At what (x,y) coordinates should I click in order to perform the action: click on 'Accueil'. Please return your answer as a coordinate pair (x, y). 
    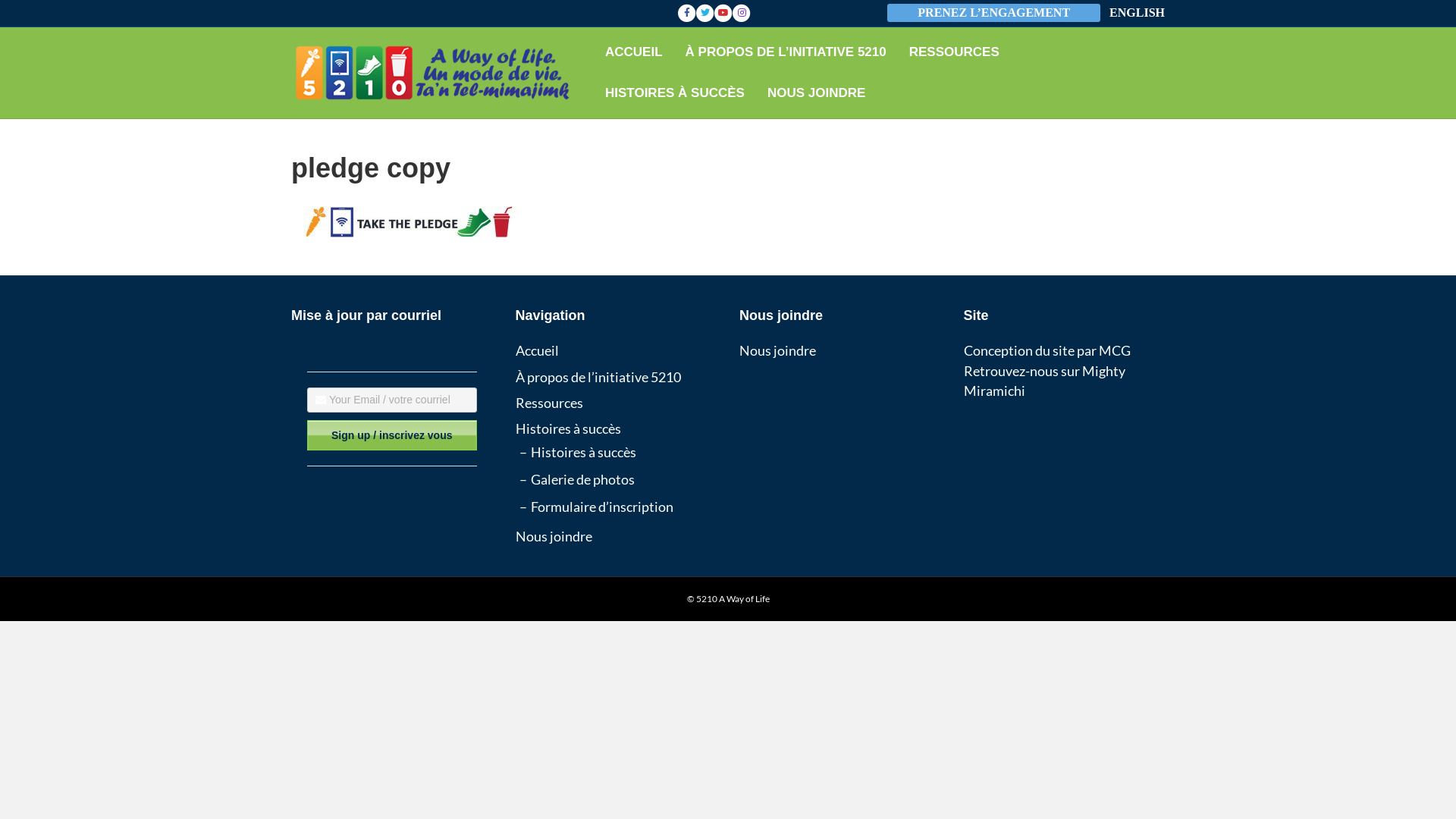
    Looking at the image, I should click on (537, 350).